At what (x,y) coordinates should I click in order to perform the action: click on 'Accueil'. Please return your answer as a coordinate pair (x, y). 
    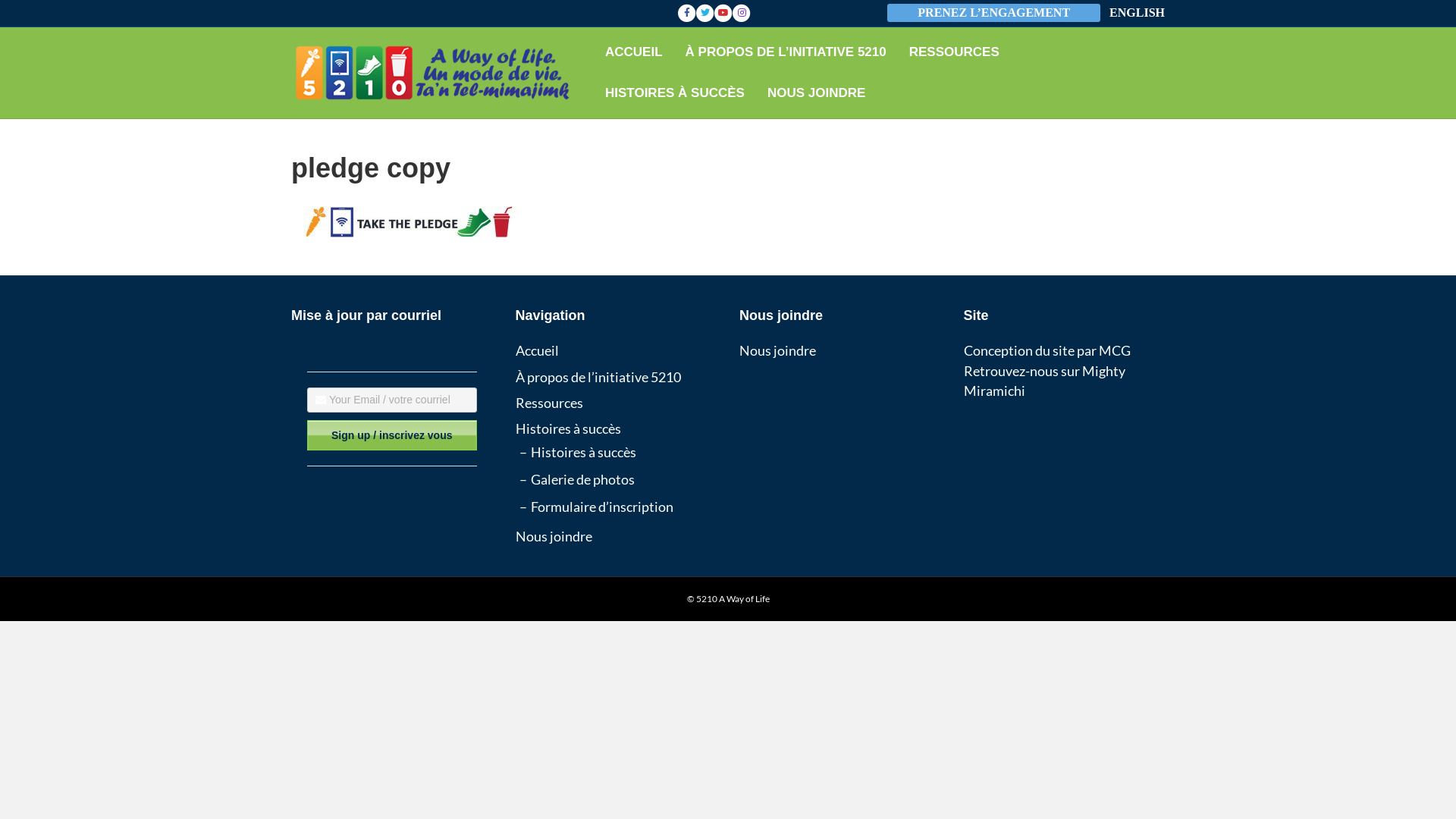
    Looking at the image, I should click on (537, 350).